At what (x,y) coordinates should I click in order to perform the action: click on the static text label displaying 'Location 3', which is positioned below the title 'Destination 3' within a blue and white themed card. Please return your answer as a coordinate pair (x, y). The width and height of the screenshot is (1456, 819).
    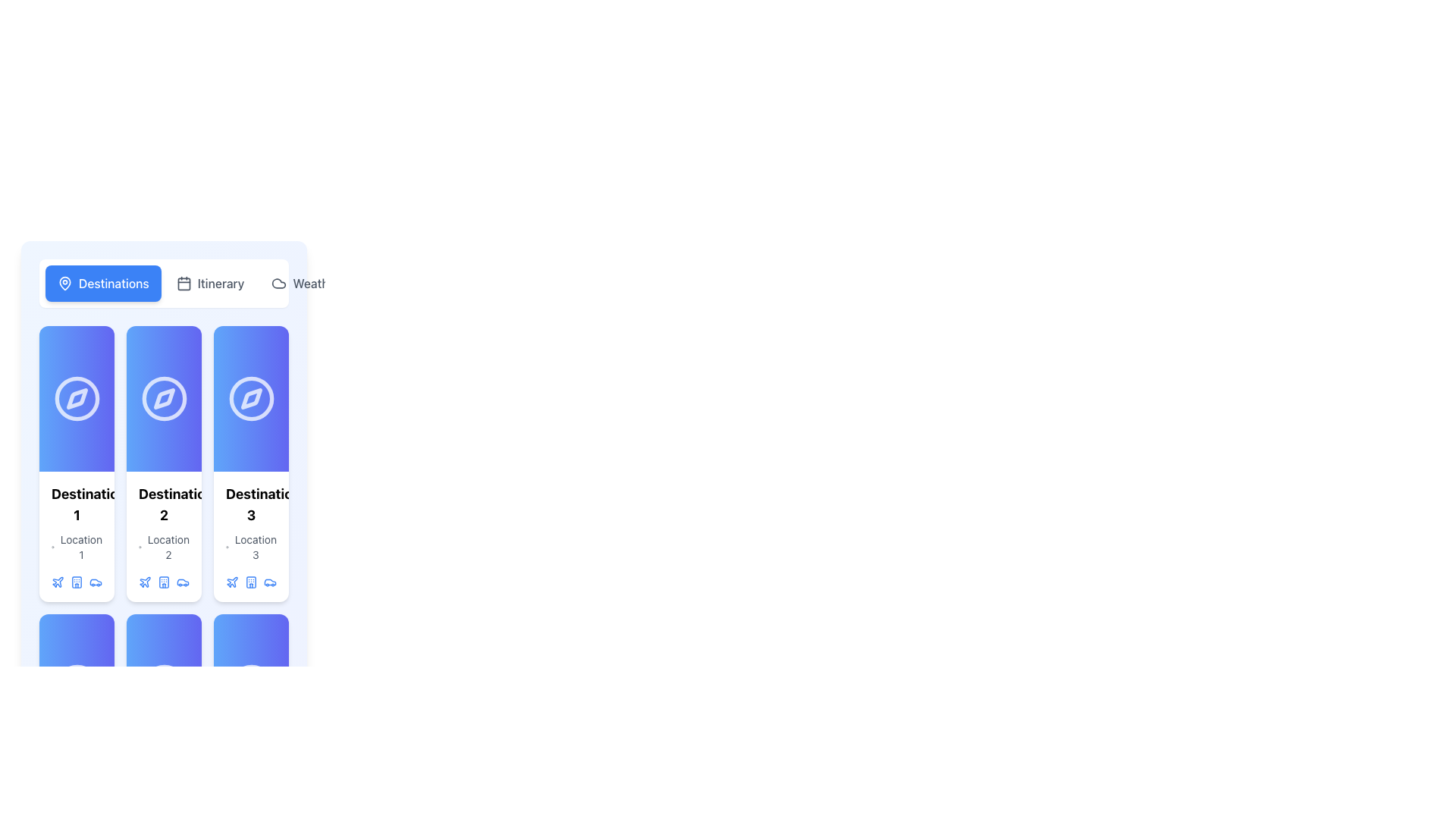
    Looking at the image, I should click on (256, 547).